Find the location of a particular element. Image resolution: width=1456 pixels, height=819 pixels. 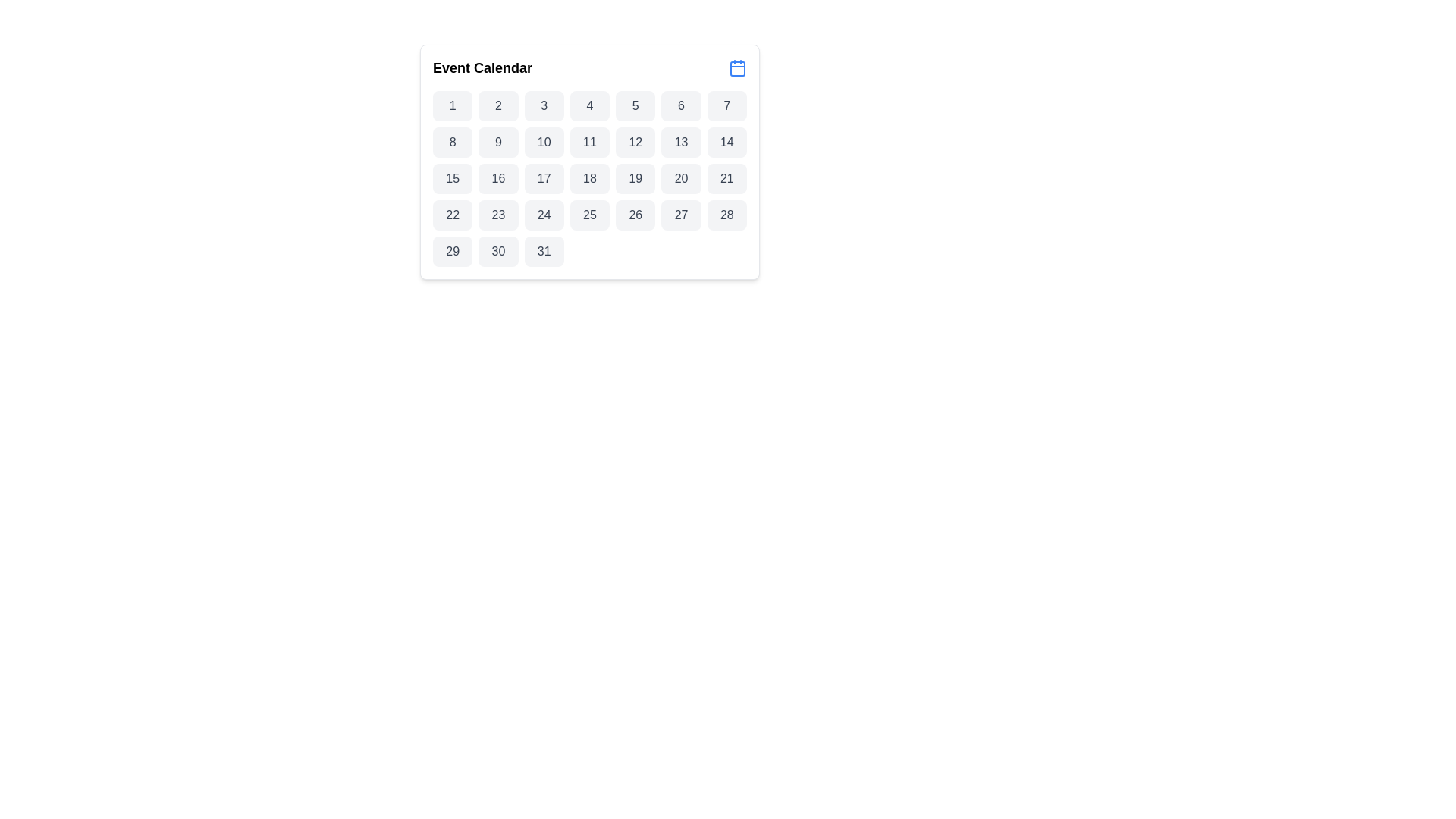

the button displaying the number '16' in the calendar, located in the third row, second column of the grid is located at coordinates (498, 177).